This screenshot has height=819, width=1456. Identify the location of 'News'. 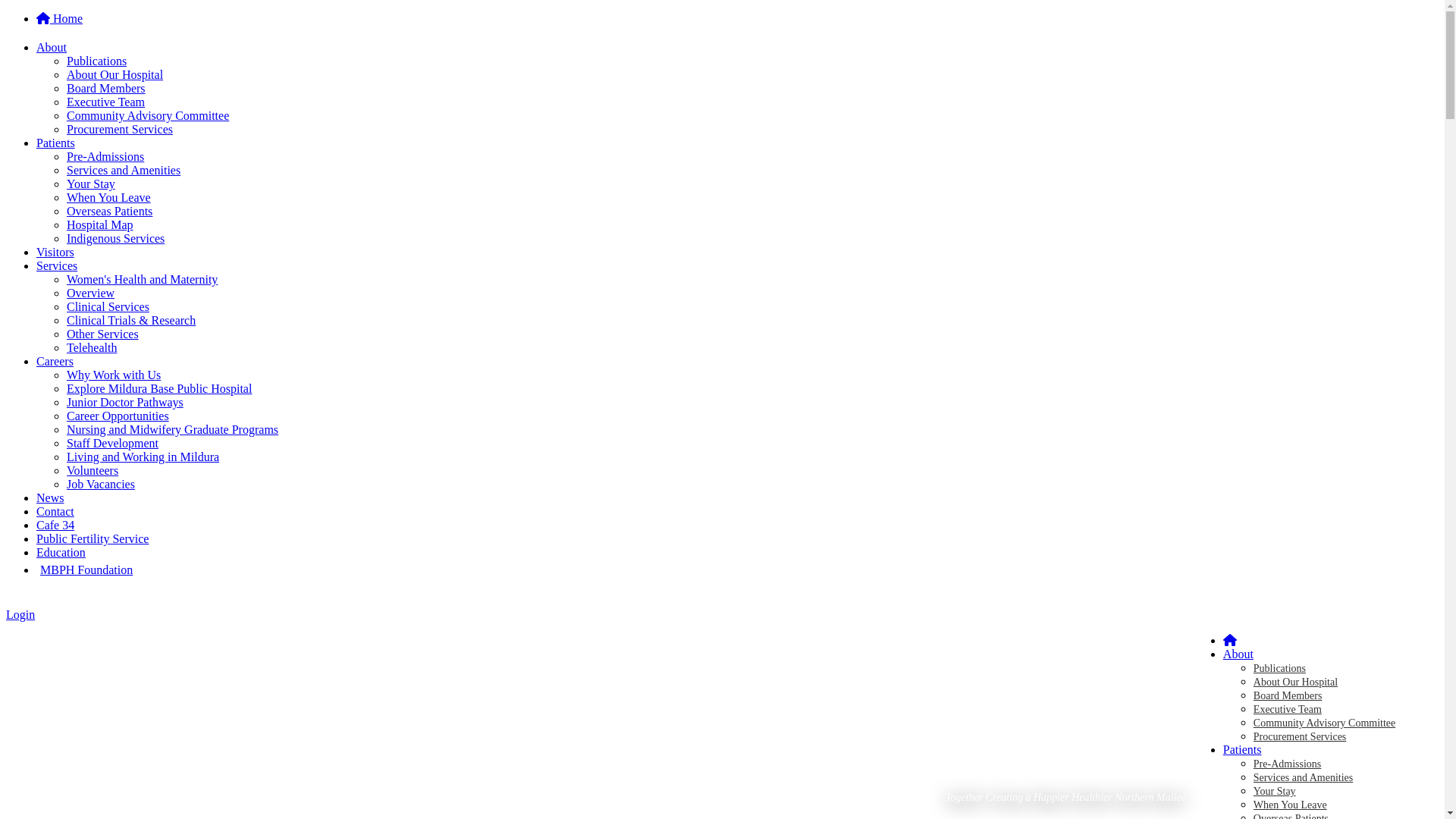
(50, 497).